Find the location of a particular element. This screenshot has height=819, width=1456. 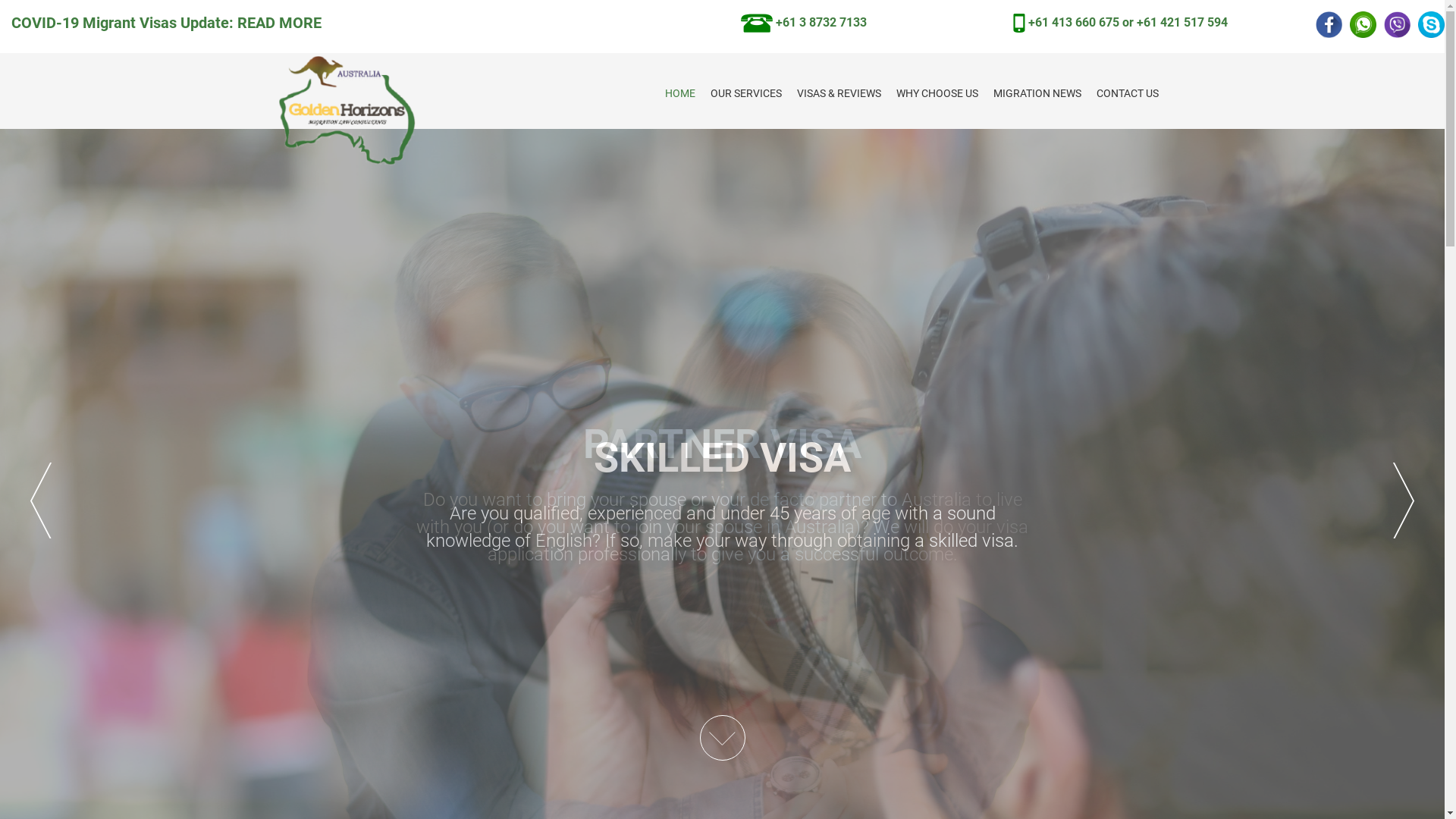

'HOME' is located at coordinates (679, 93).